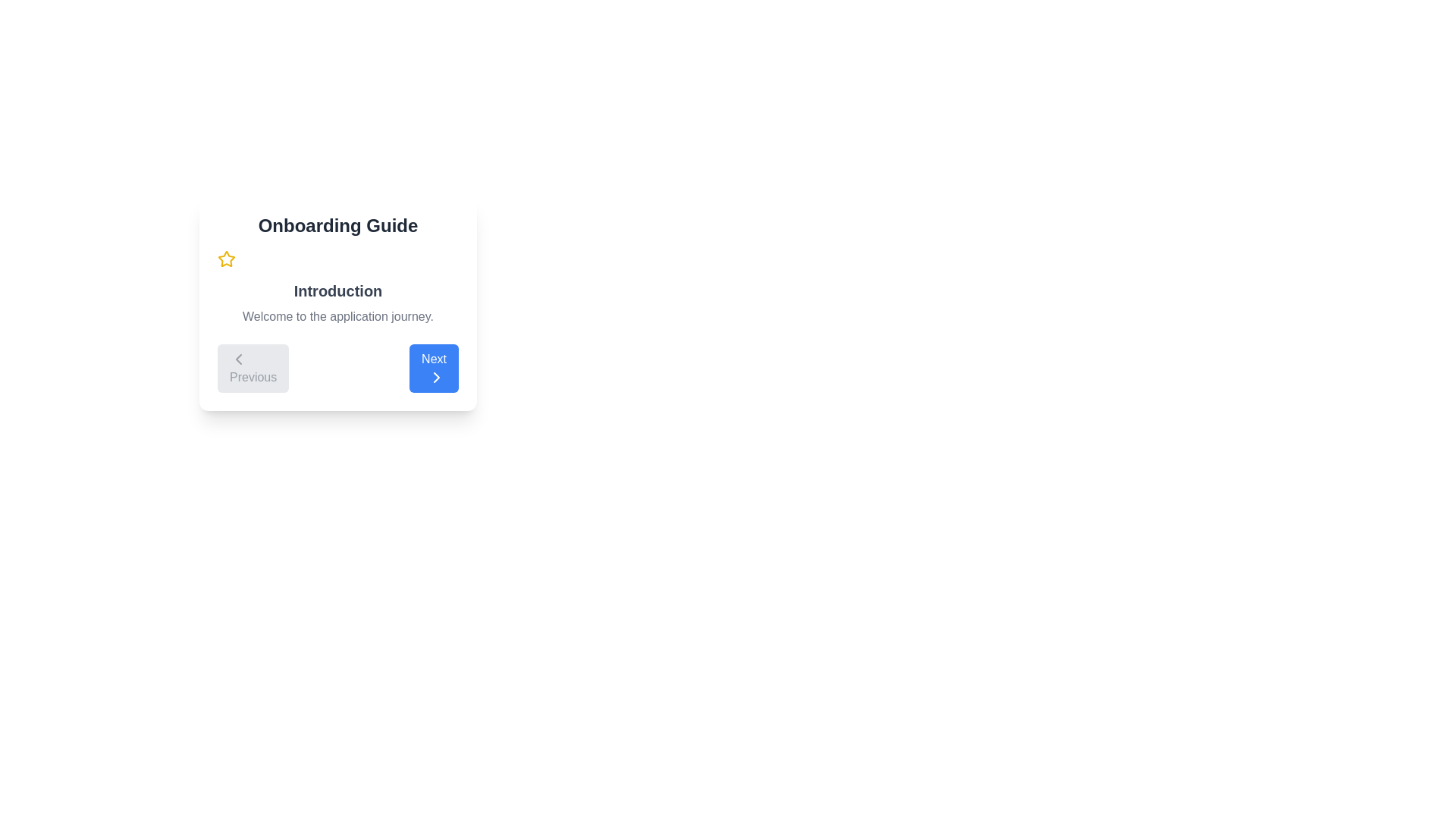 This screenshot has width=1456, height=819. Describe the element at coordinates (337, 315) in the screenshot. I see `the Text Block element located beneath the 'Introduction' heading, displaying 'Welcome to the application journey.'` at that location.